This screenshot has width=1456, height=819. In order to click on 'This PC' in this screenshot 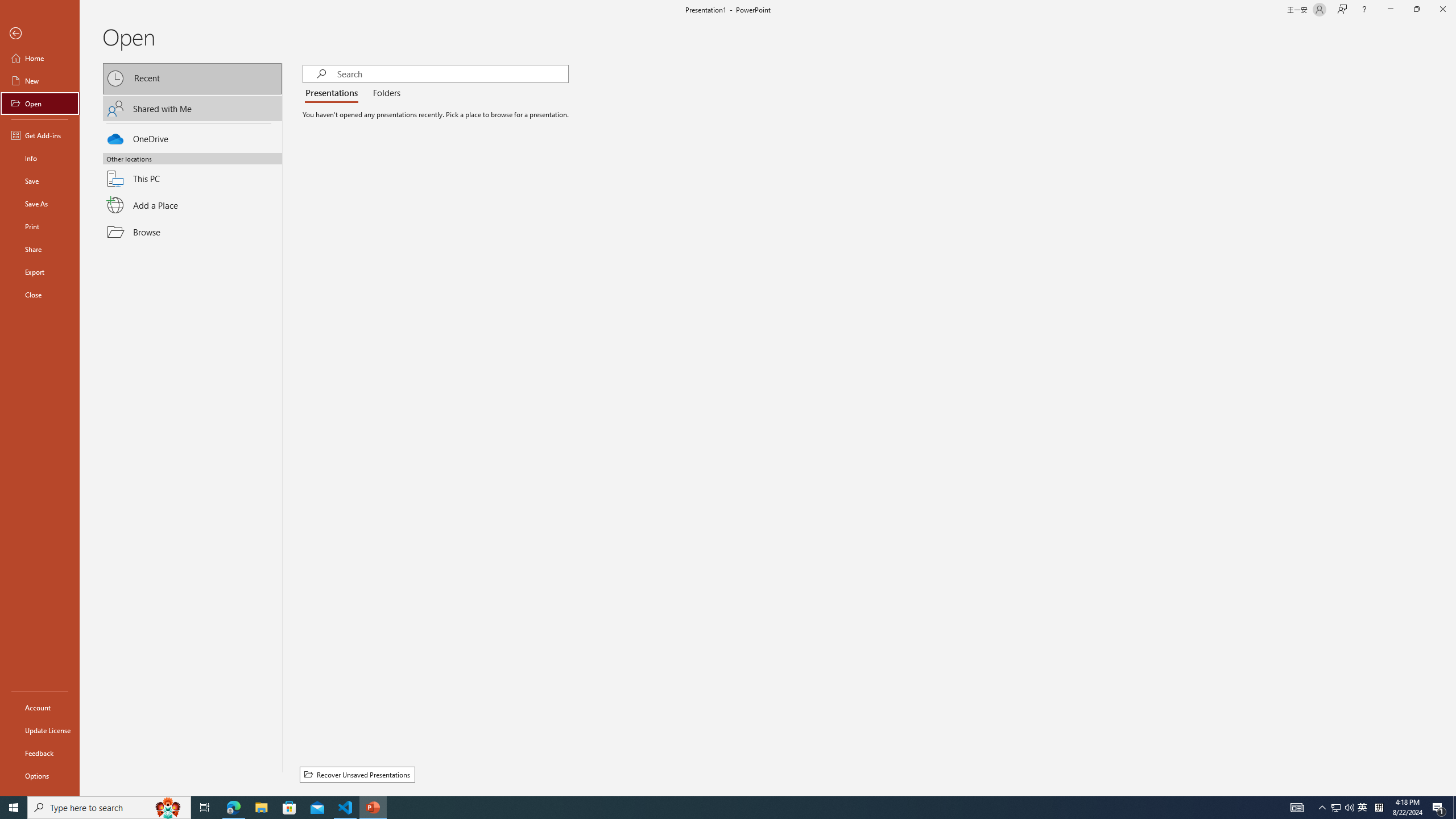, I will do `click(192, 172)`.